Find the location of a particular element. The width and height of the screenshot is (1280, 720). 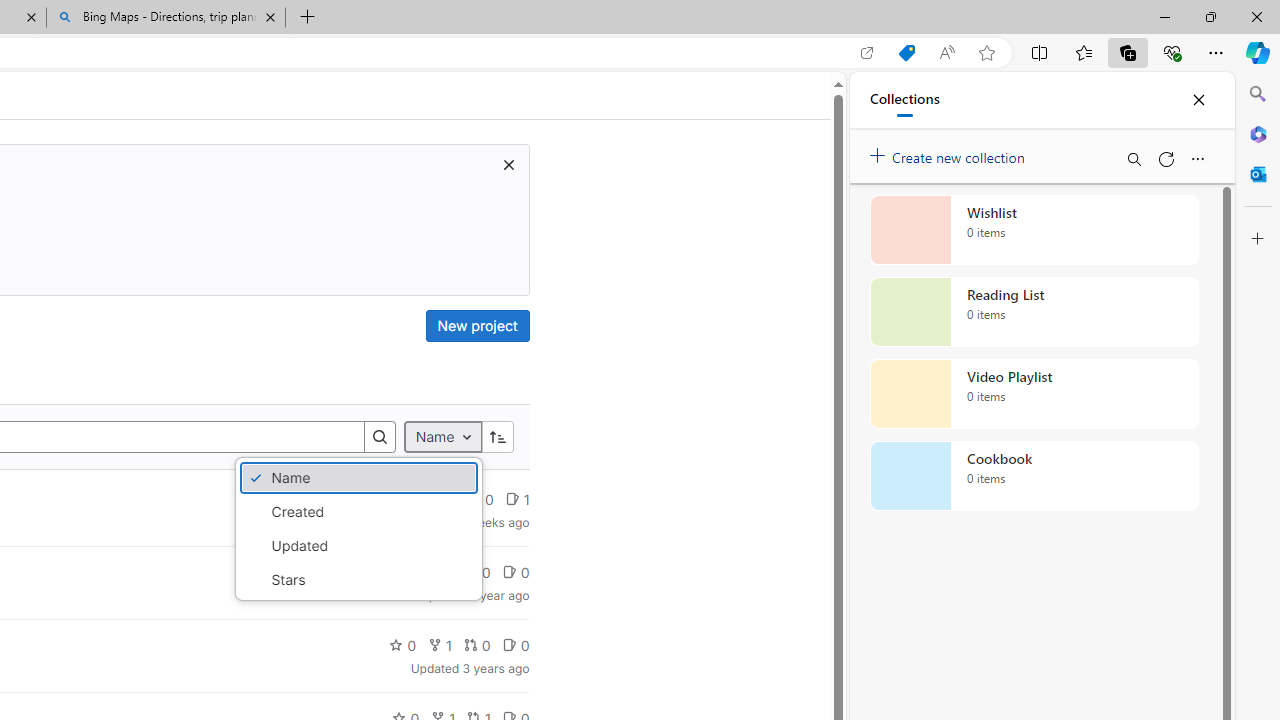

'More options menu' is located at coordinates (1197, 158).